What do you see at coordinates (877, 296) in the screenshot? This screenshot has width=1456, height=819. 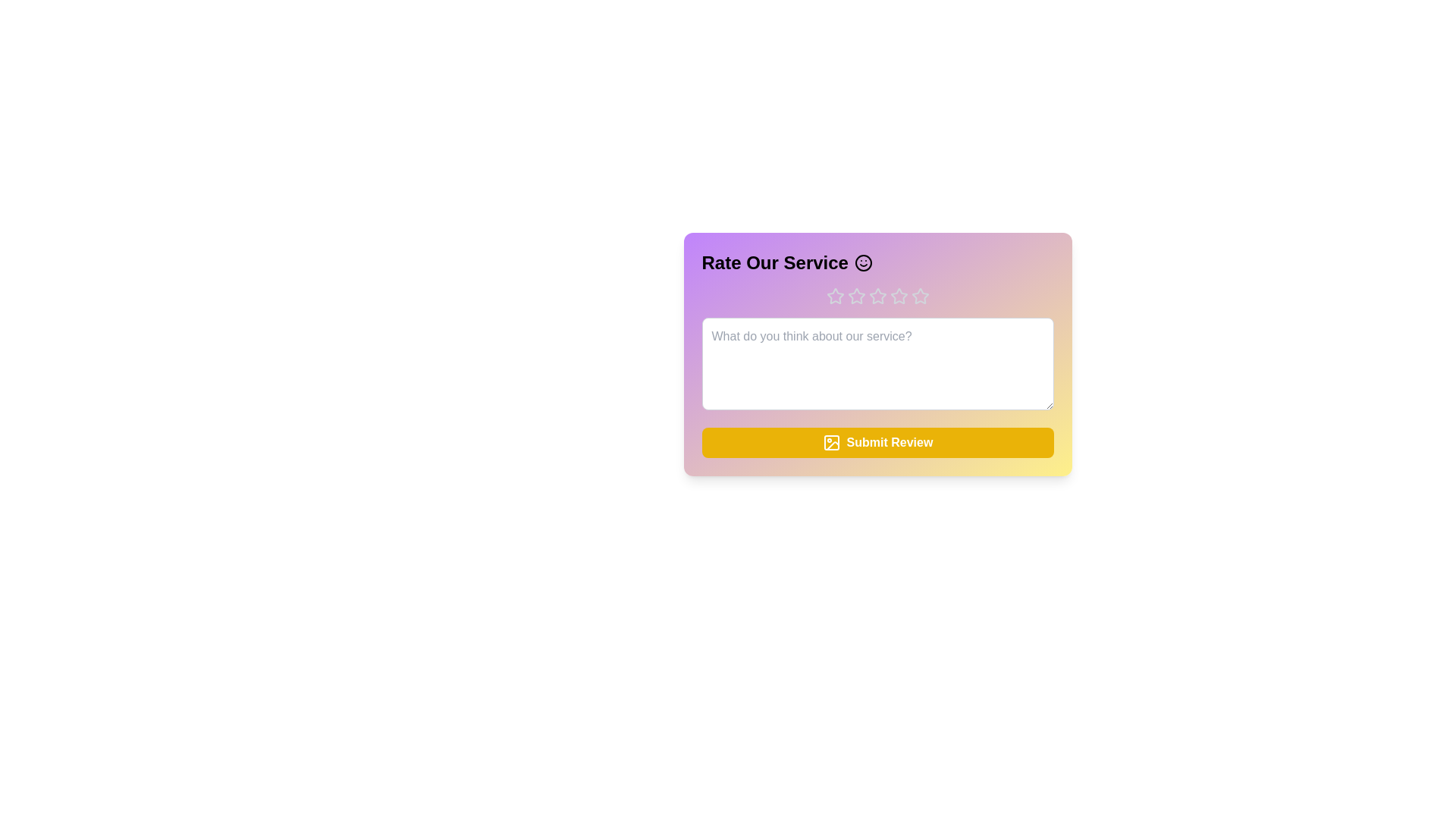 I see `the star corresponding to the desired rating value 3` at bounding box center [877, 296].